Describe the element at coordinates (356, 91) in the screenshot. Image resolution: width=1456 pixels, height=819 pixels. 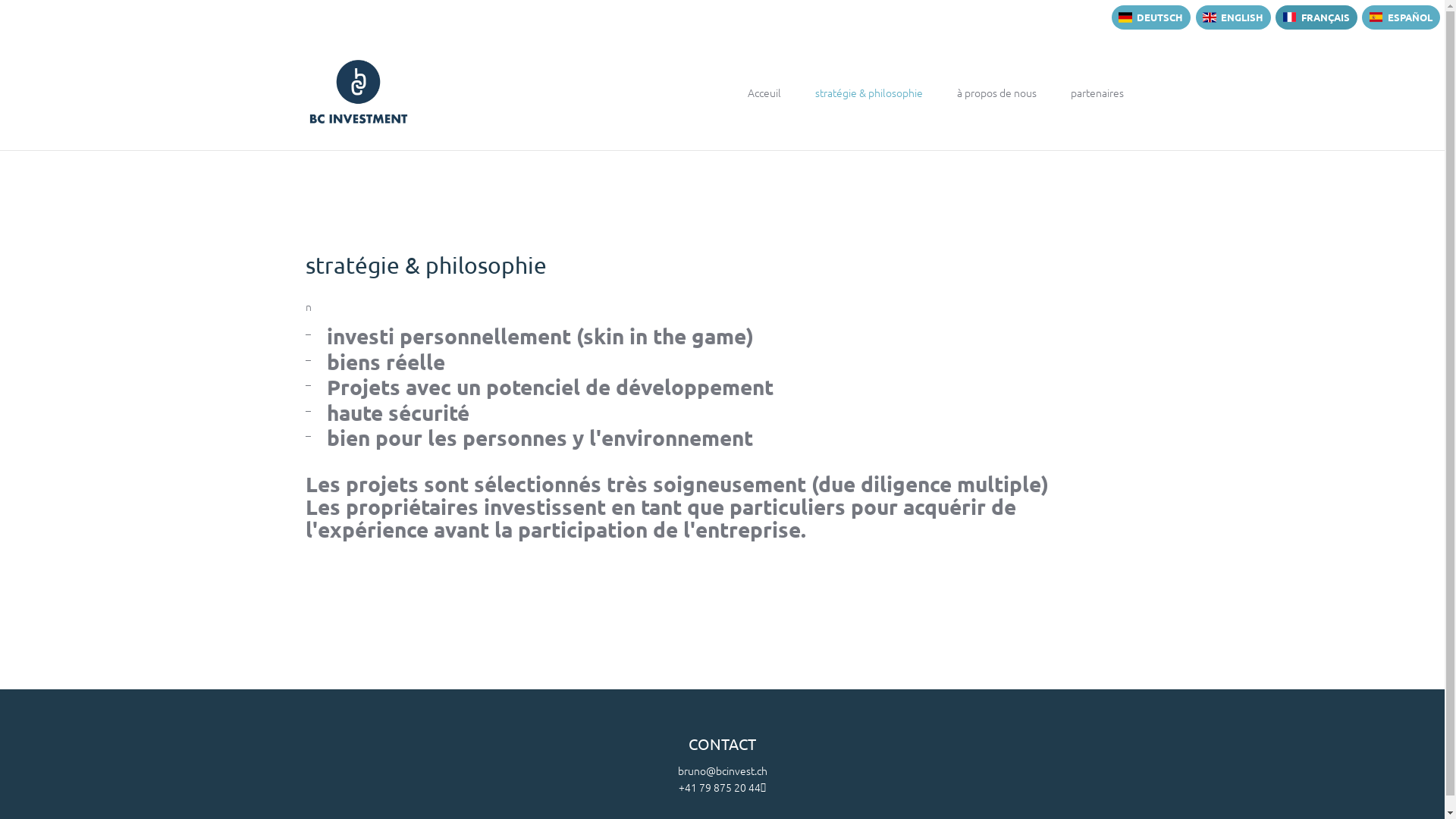
I see `'BC Investment AG'` at that location.